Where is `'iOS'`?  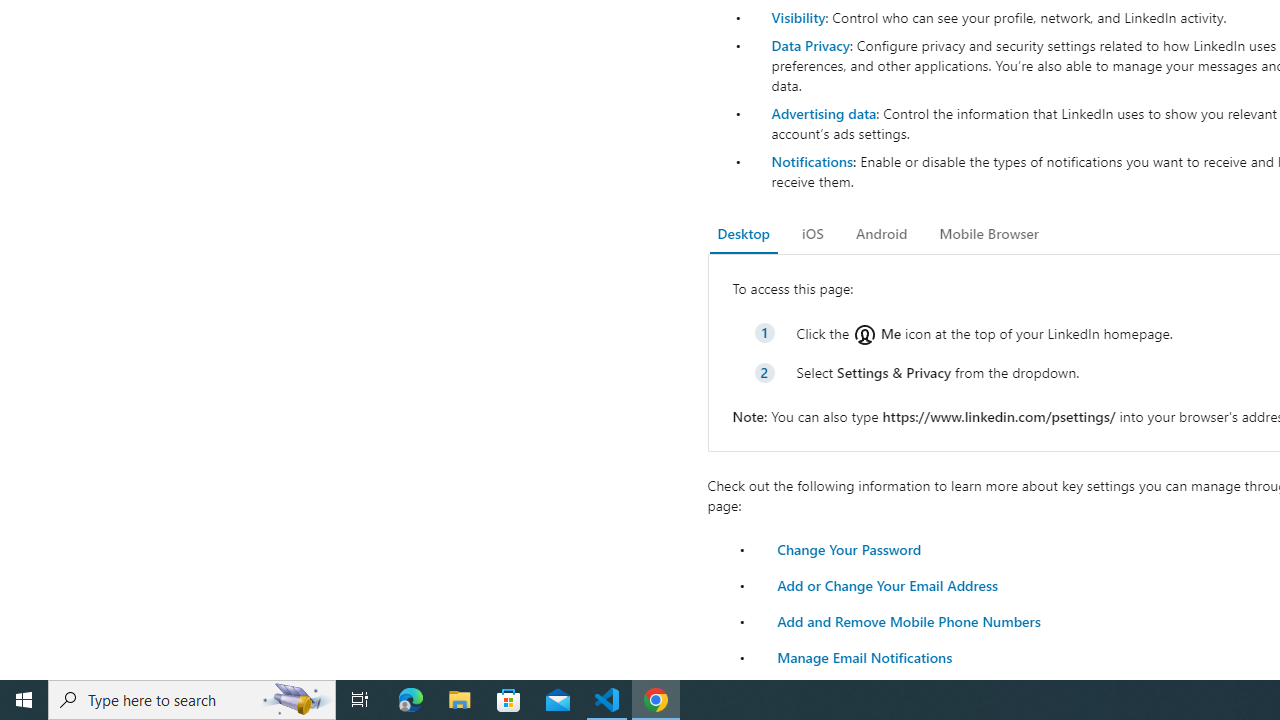
'iOS' is located at coordinates (812, 233).